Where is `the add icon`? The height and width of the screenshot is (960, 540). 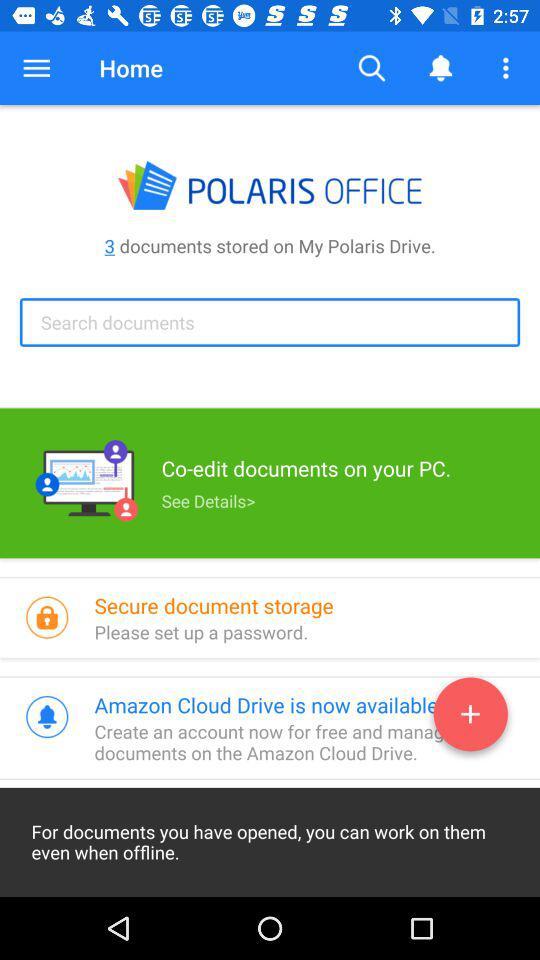 the add icon is located at coordinates (470, 718).